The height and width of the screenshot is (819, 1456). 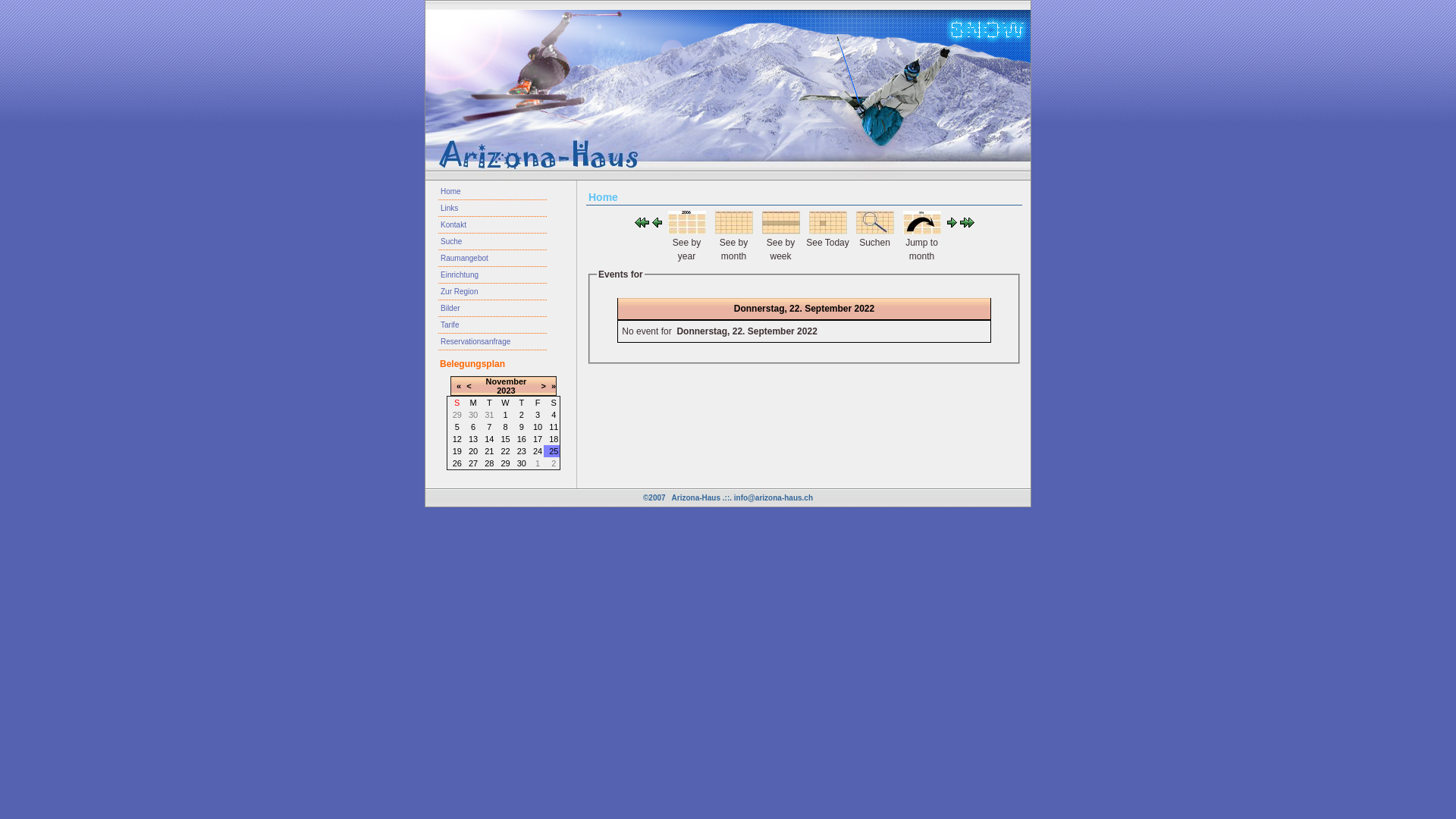 What do you see at coordinates (552, 427) in the screenshot?
I see `'11'` at bounding box center [552, 427].